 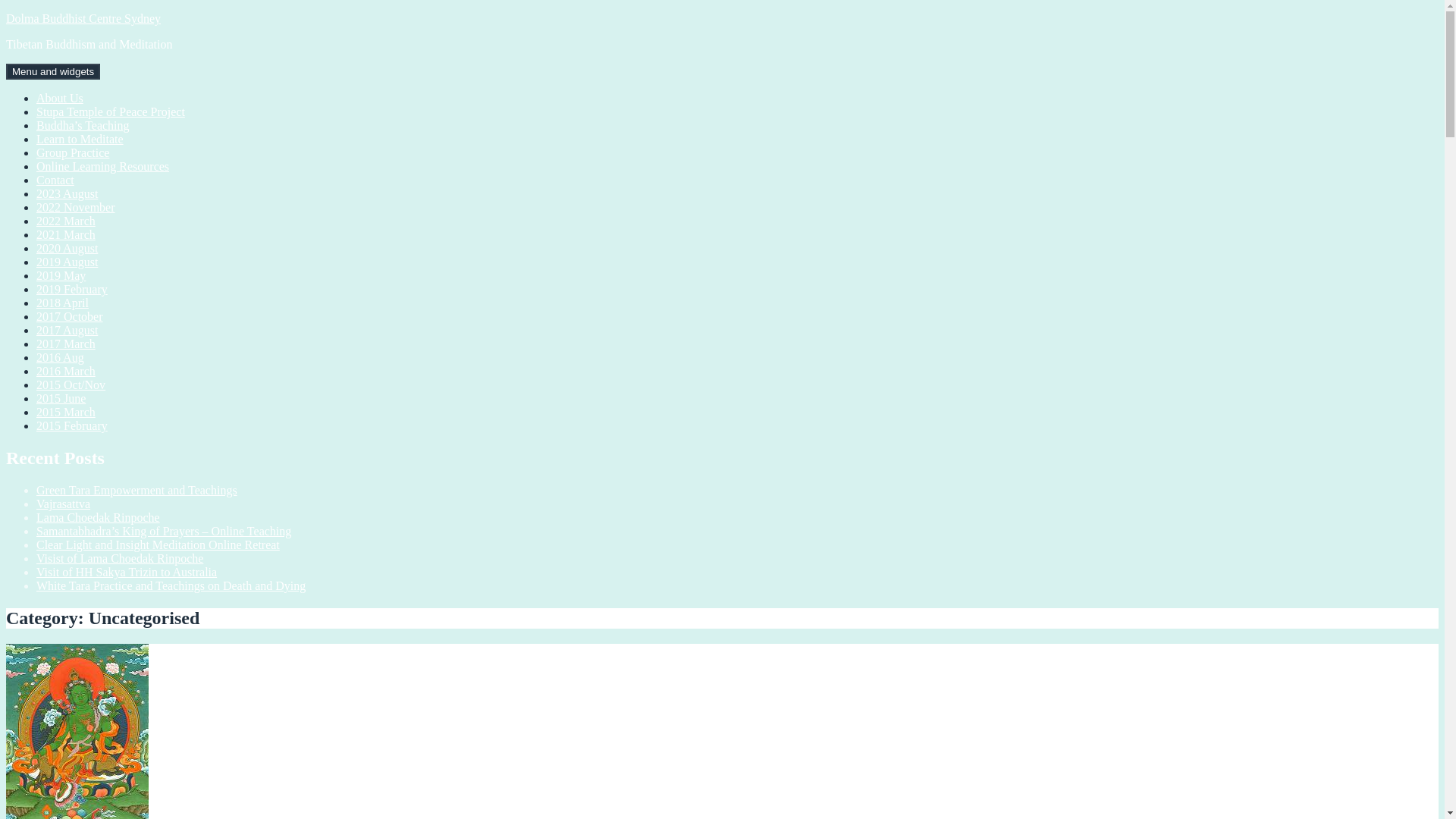 I want to click on '2015 June', so click(x=36, y=397).